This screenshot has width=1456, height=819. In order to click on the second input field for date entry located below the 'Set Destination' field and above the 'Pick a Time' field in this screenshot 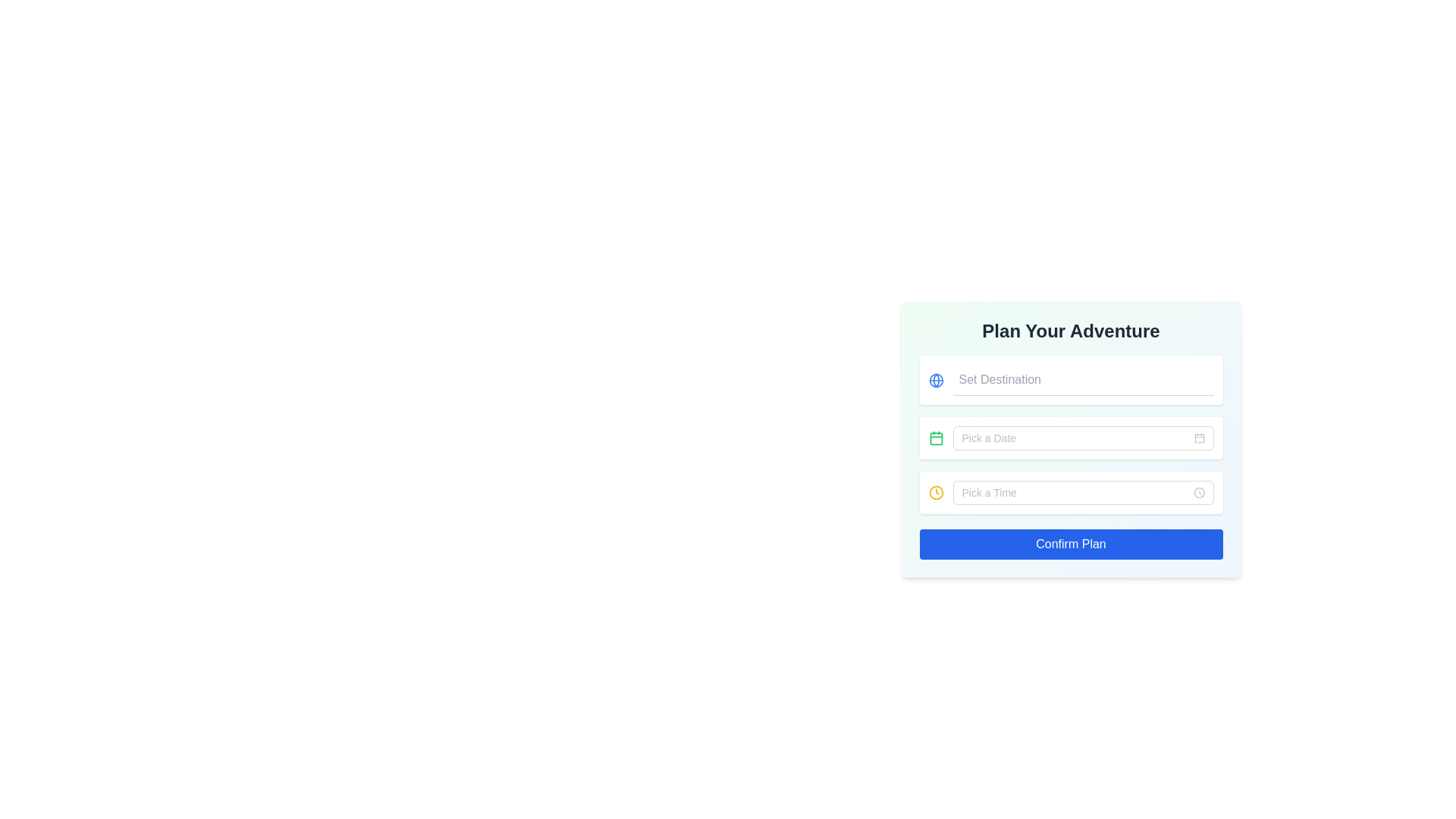, I will do `click(1075, 438)`.